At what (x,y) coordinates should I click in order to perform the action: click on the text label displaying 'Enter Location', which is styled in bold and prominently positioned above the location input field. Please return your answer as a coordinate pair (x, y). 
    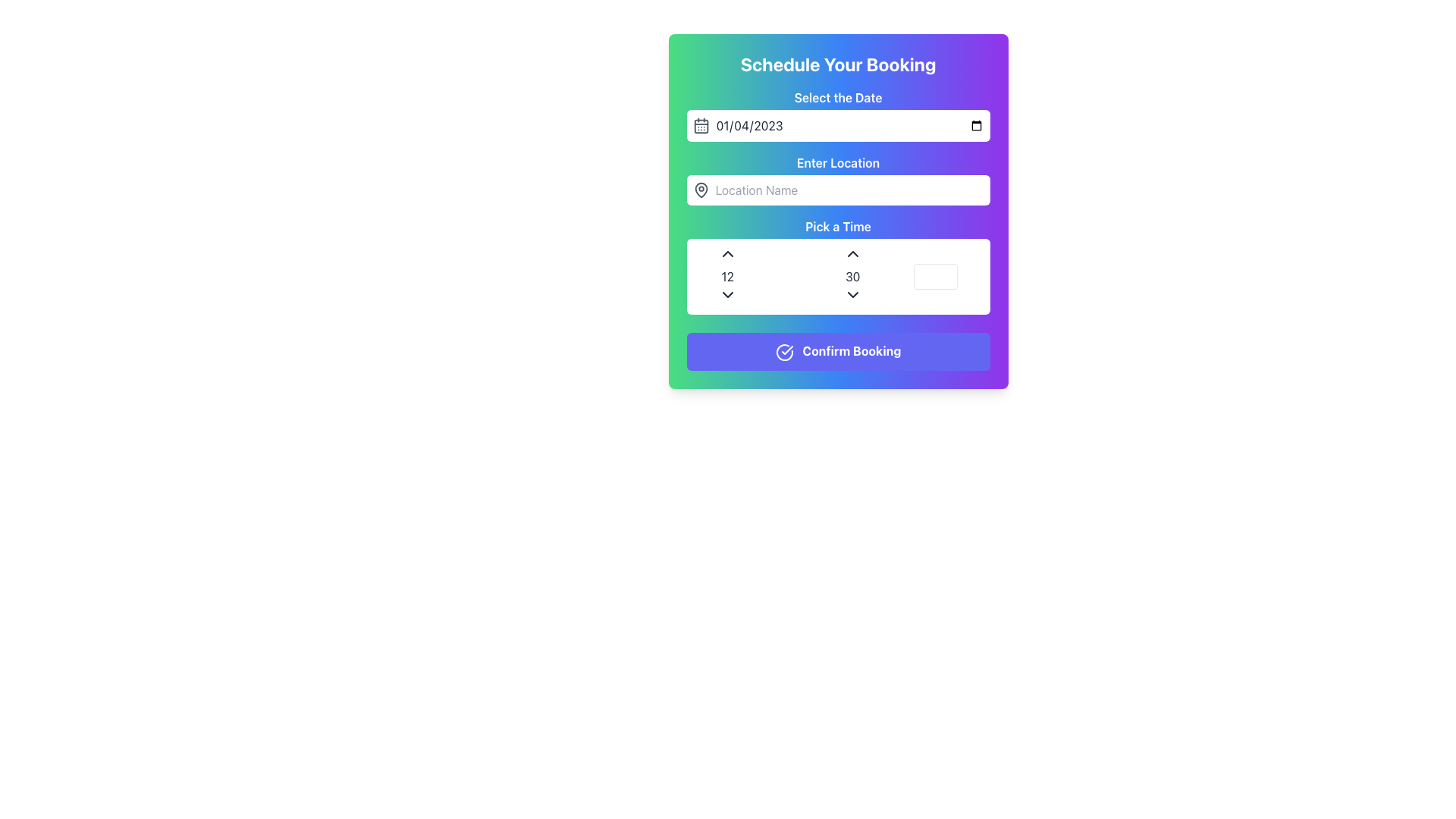
    Looking at the image, I should click on (837, 163).